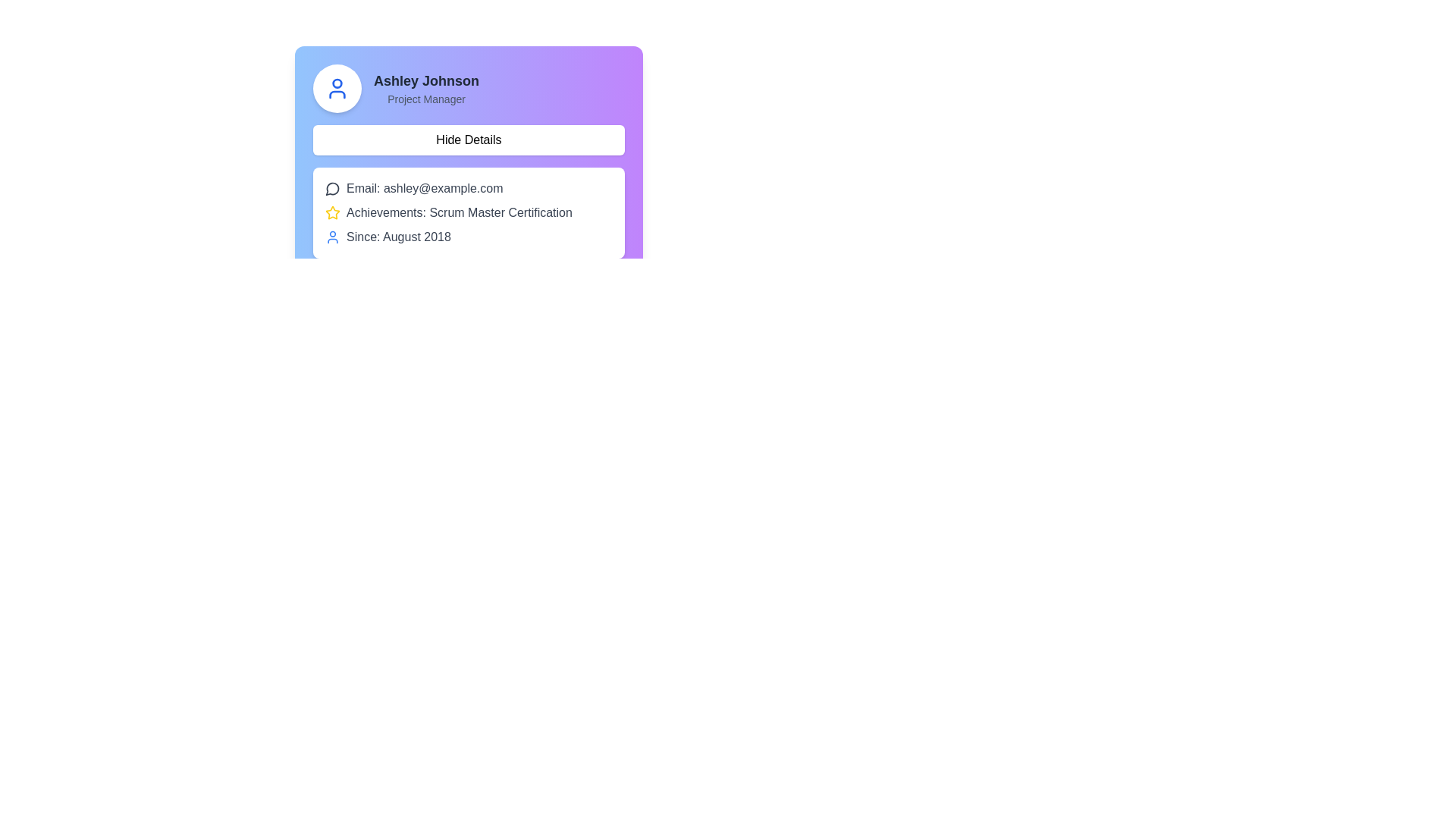 This screenshot has height=819, width=1456. What do you see at coordinates (425, 188) in the screenshot?
I see `the text label displaying 'Email: ashley@example.com'` at bounding box center [425, 188].